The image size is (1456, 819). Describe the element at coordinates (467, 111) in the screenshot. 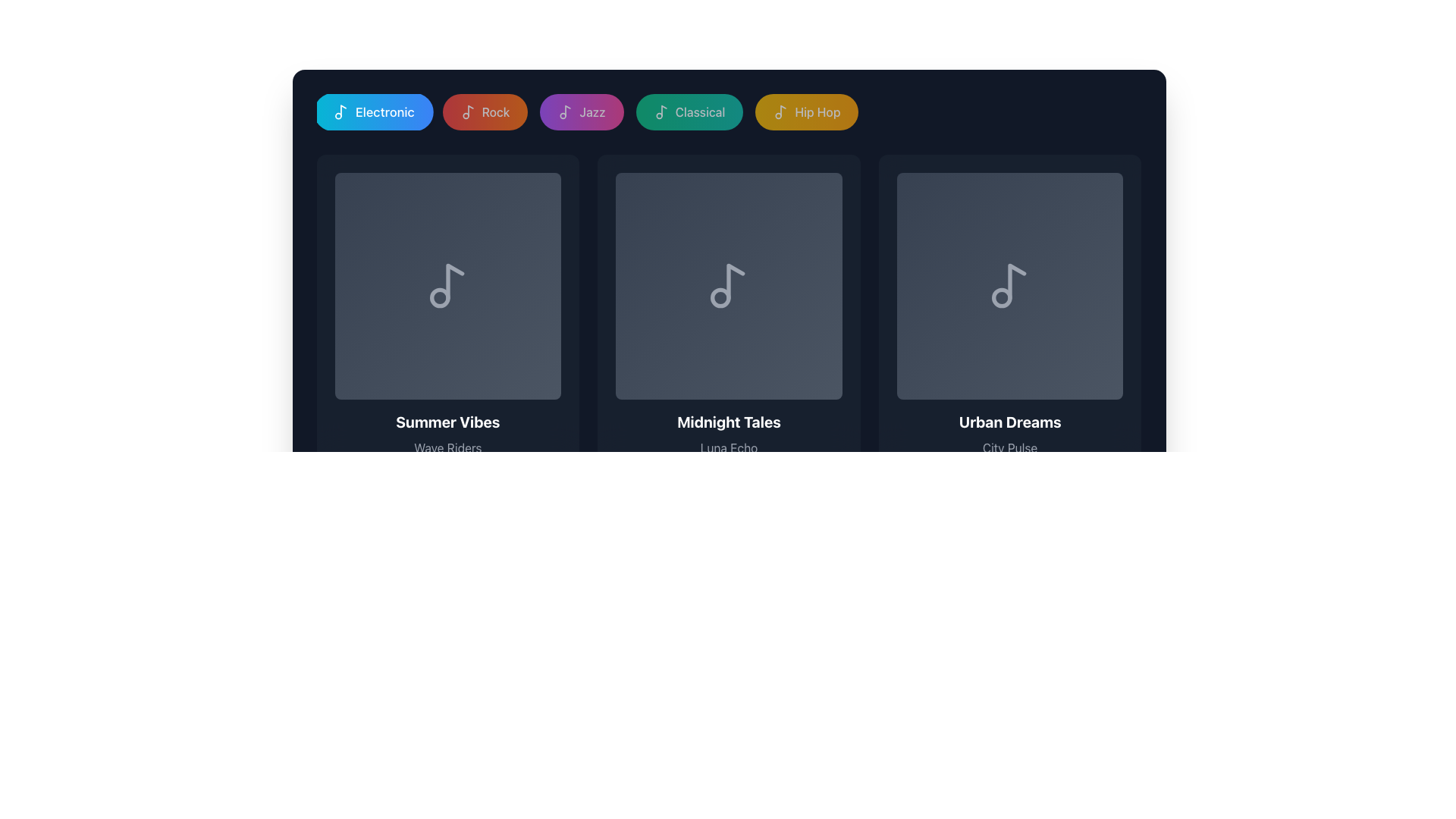

I see `the 'Rock' category button which contains a music note icon on its left side` at that location.